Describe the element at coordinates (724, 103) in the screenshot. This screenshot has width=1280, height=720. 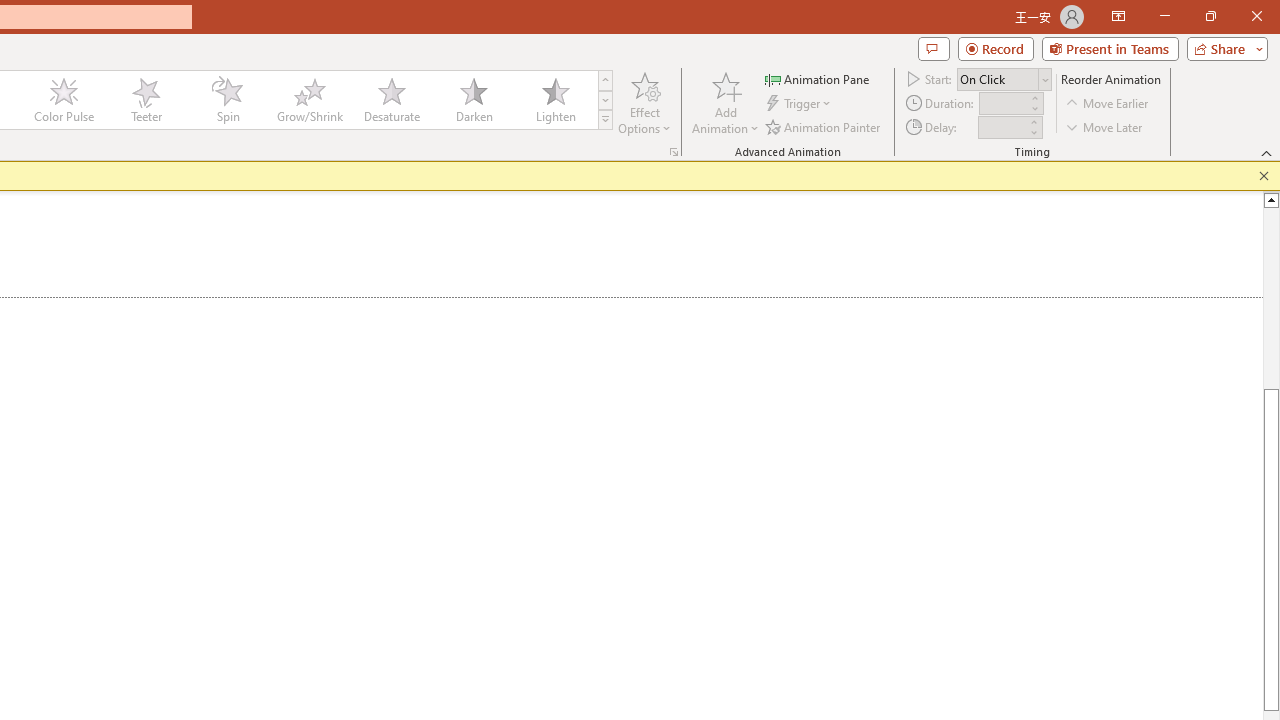
I see `'Add Animation'` at that location.